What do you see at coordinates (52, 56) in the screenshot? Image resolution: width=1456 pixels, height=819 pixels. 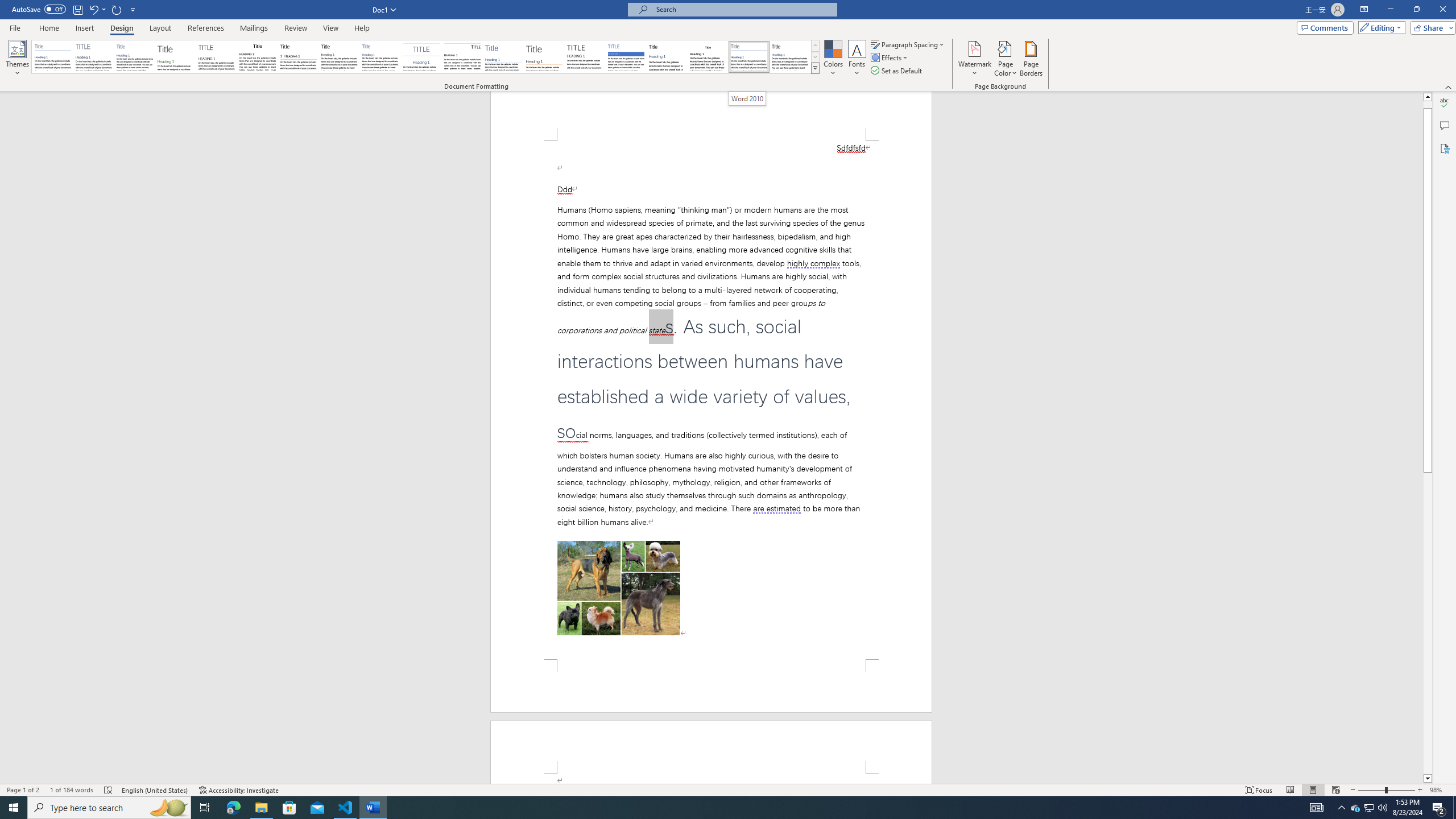 I see `'Document'` at bounding box center [52, 56].